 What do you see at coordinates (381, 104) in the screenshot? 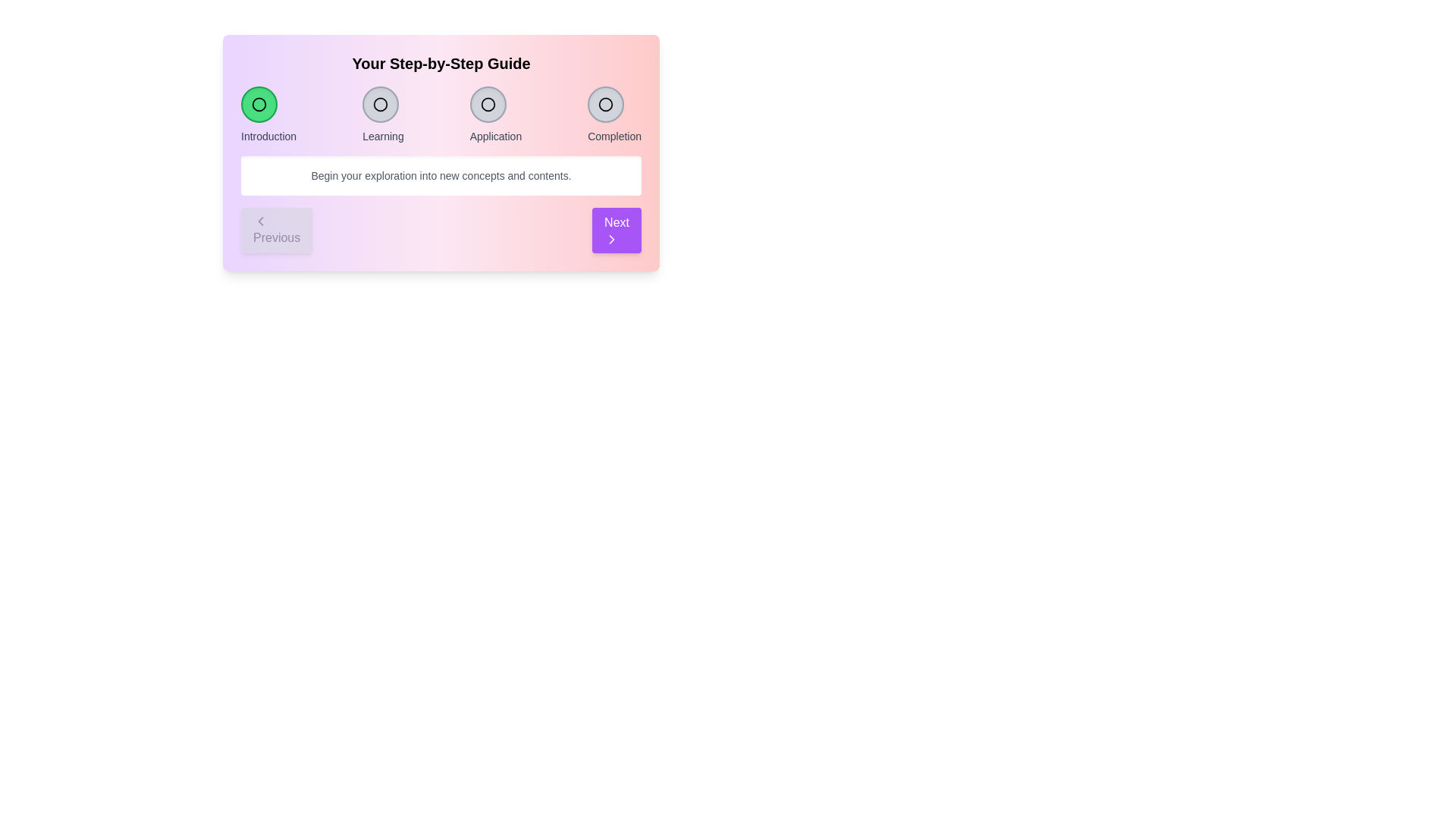
I see `the circular button labeled 'Learning' in the Step indicator sequence under 'Your Step-by-Step Guide'` at bounding box center [381, 104].